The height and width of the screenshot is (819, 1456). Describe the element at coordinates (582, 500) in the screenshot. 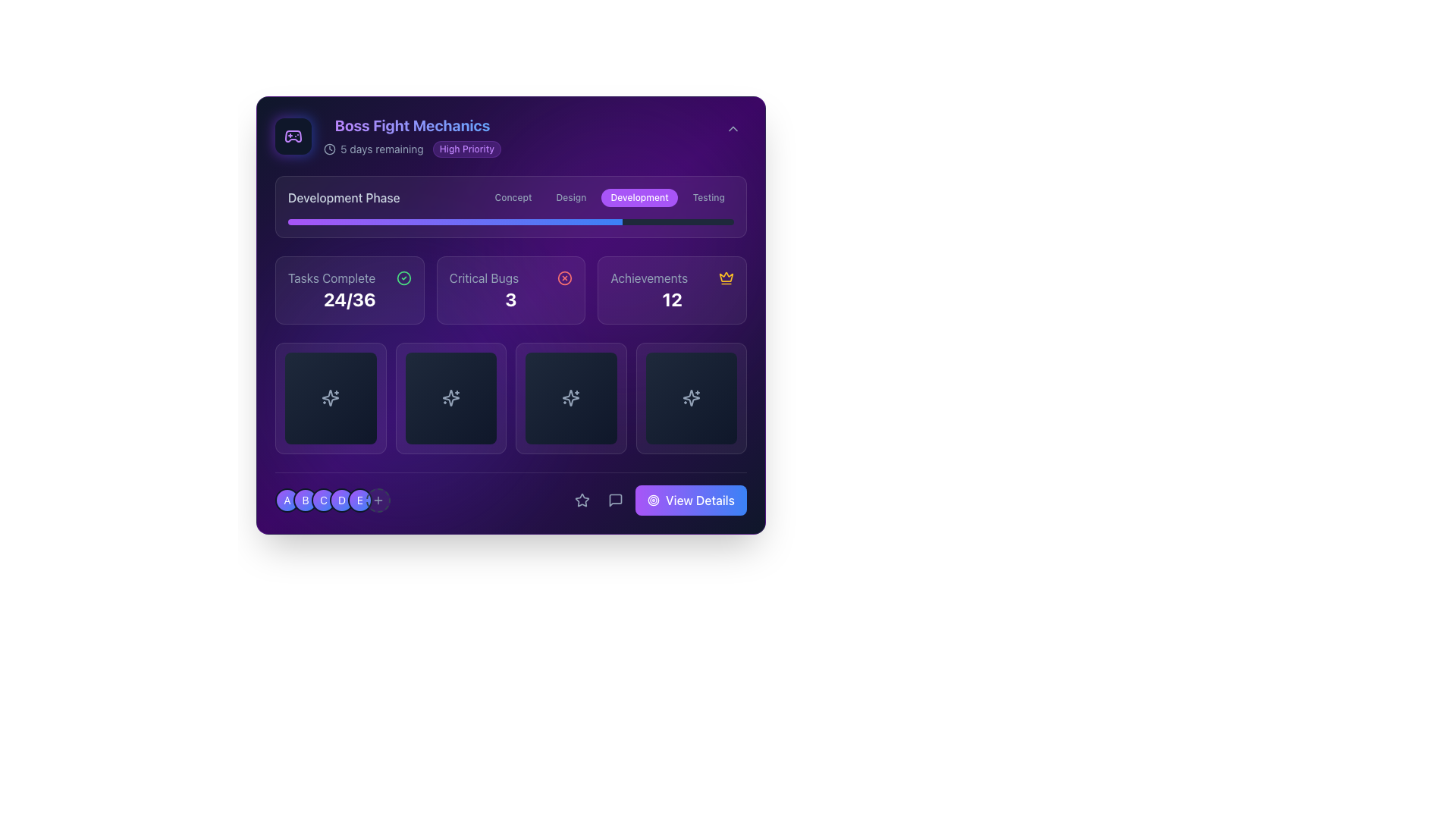

I see `the star-shaped icon located in the lower section of the card interface` at that location.